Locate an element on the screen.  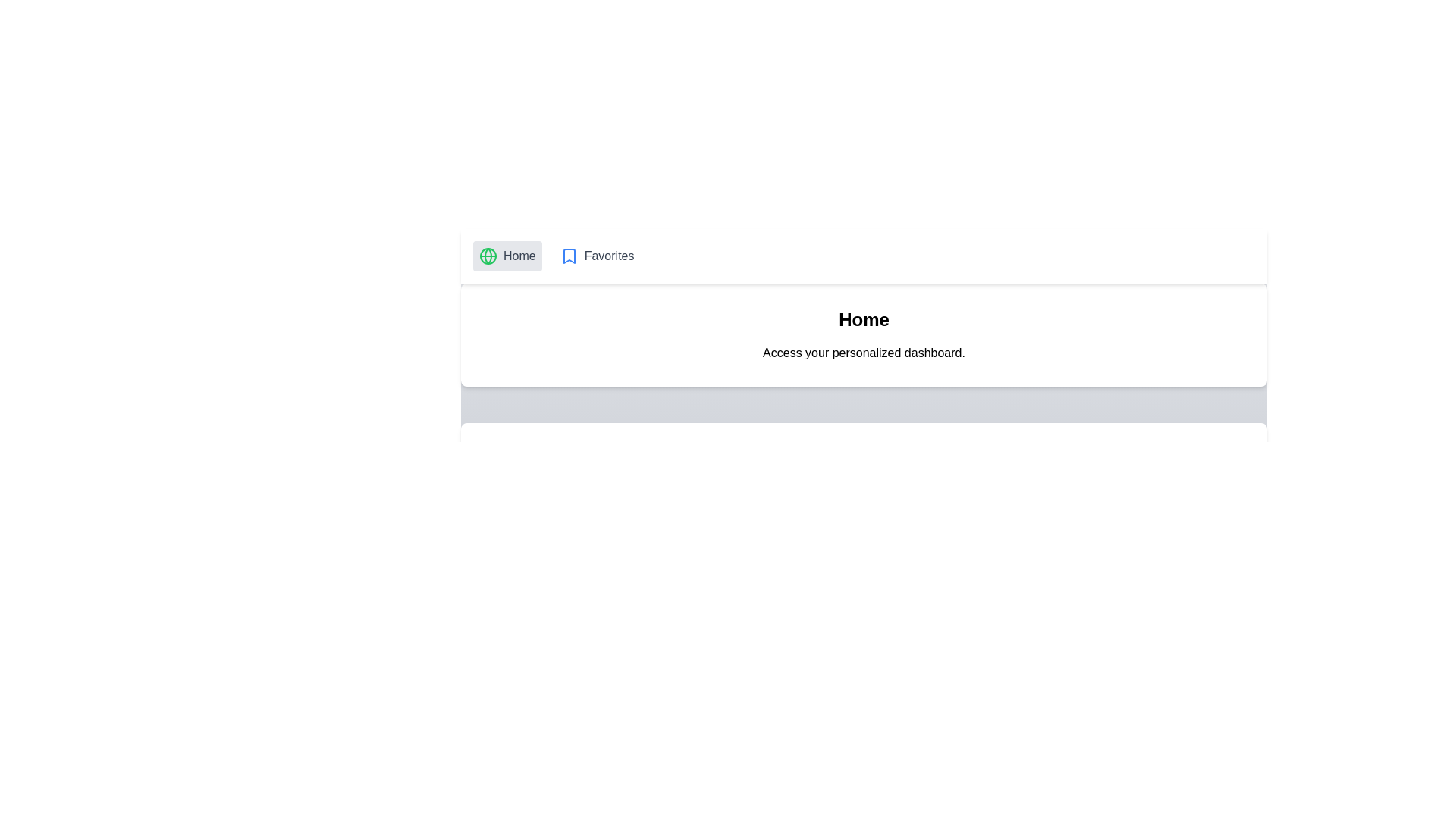
the blue minimalist bookmark icon located in the 'Favorites' section of the menu, positioned to the left of the text label 'Favorites' is located at coordinates (568, 256).